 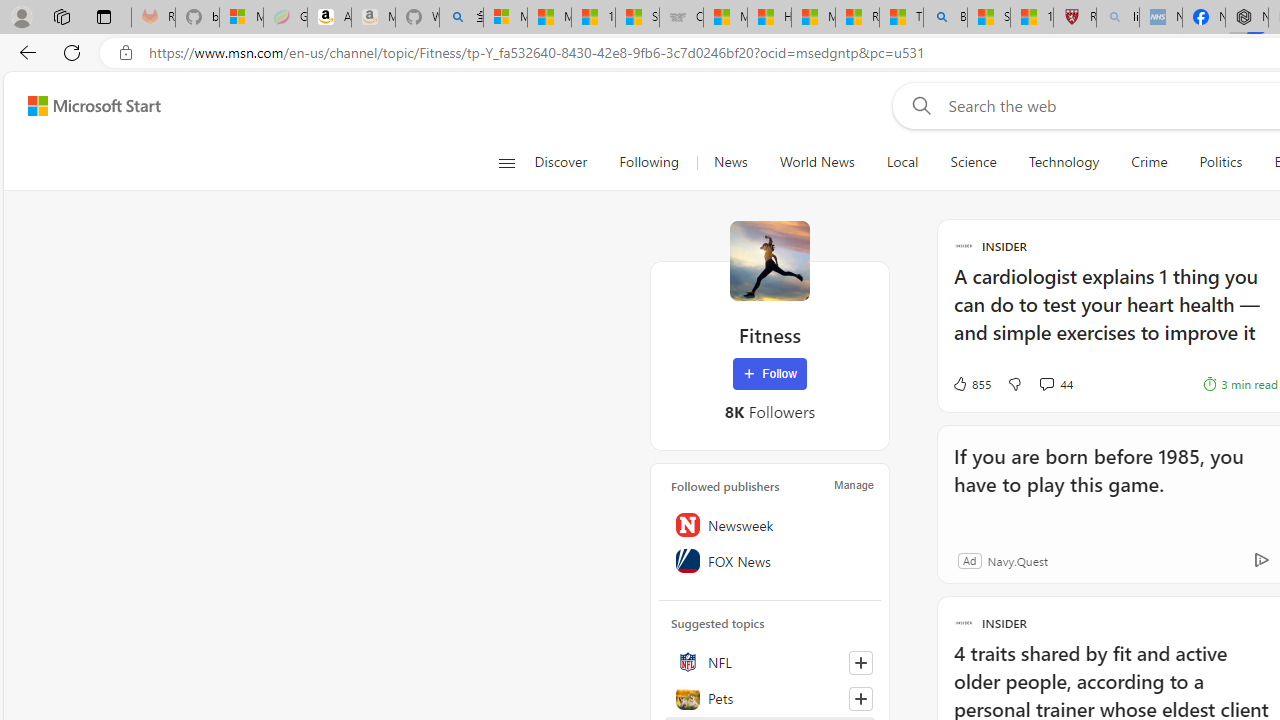 I want to click on 'Newsweek', so click(x=769, y=524).